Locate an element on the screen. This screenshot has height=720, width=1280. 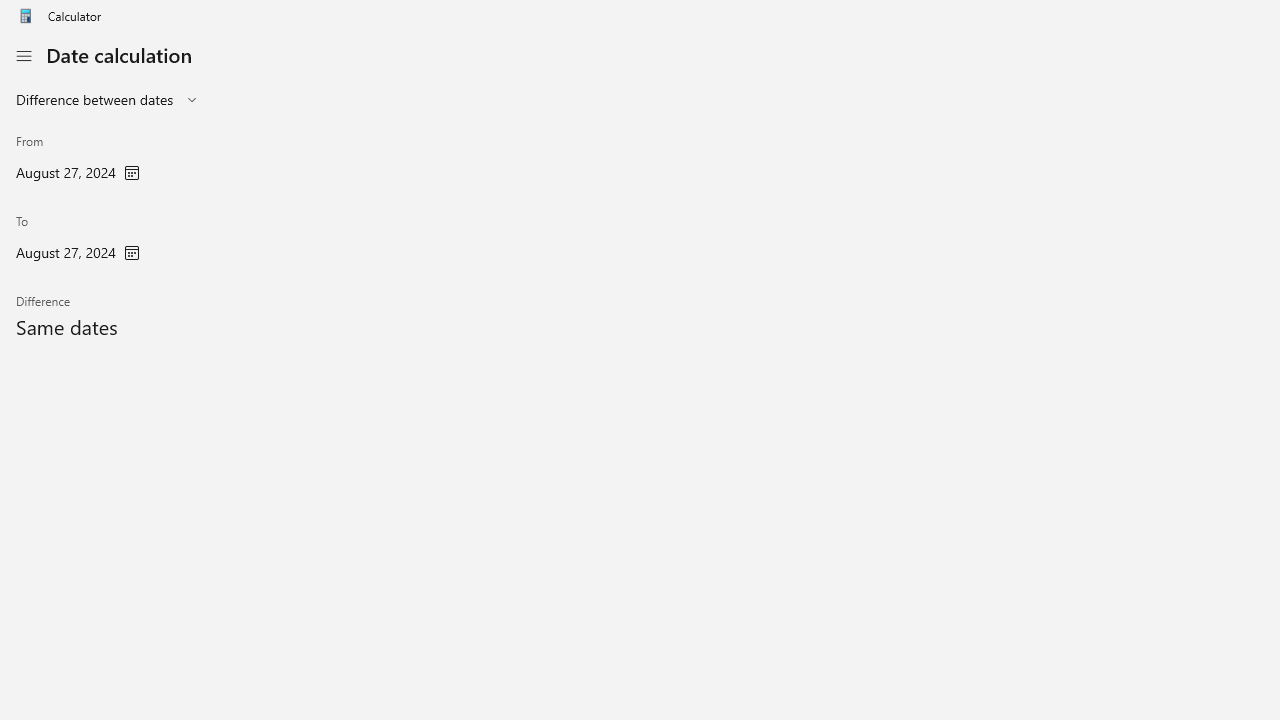
'From' is located at coordinates (78, 159).